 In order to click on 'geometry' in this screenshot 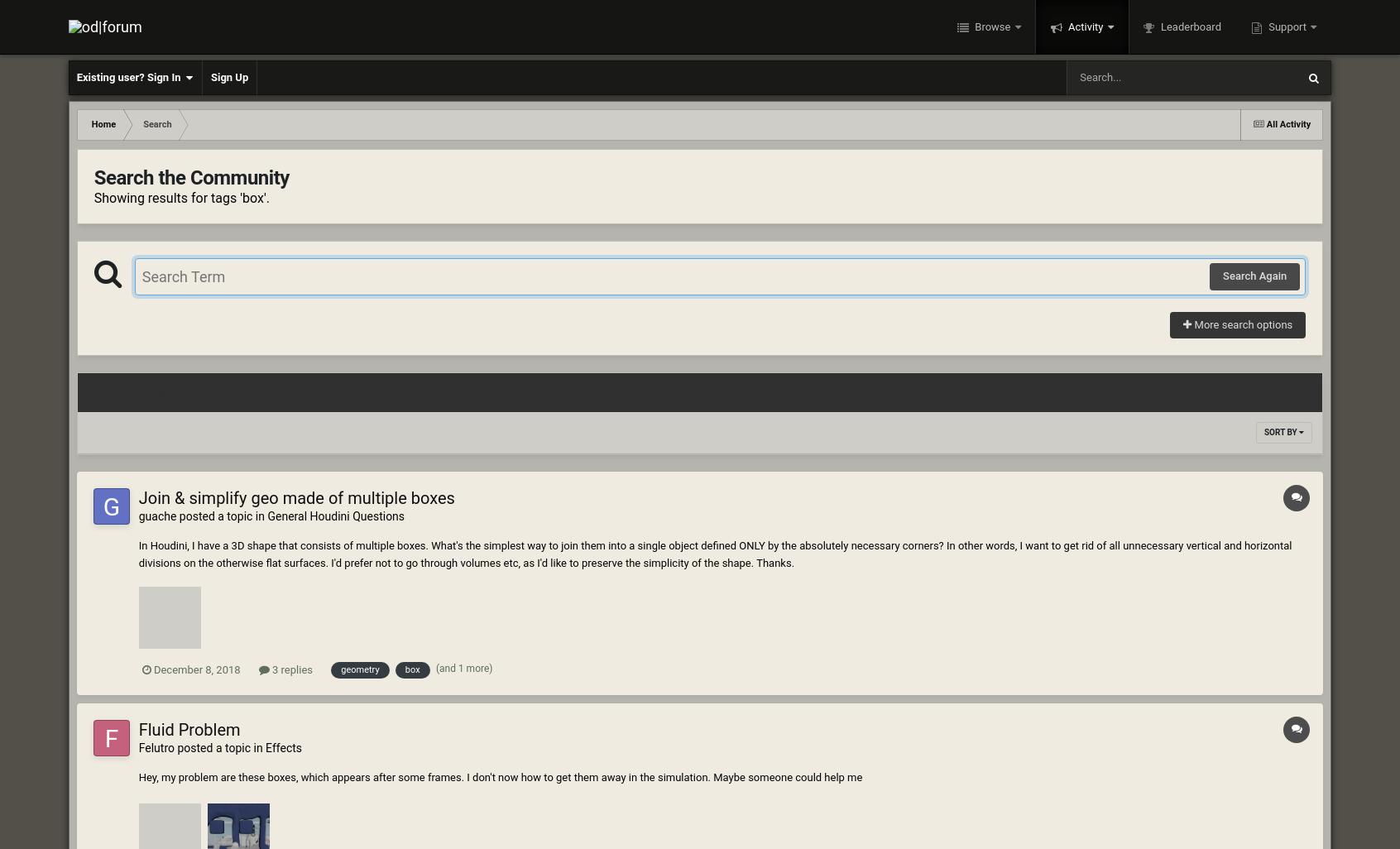, I will do `click(359, 669)`.